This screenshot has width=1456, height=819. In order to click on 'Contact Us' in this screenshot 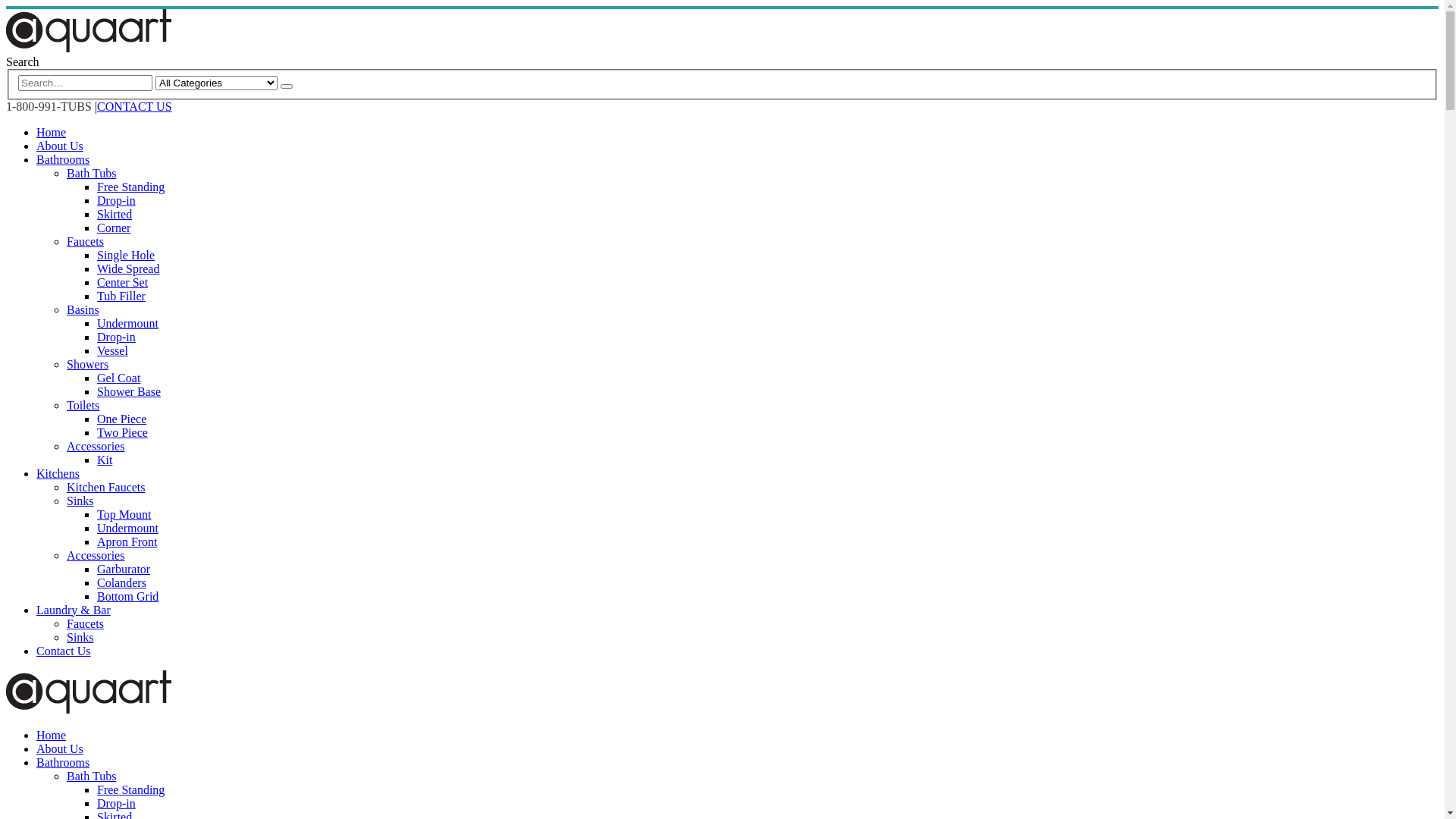, I will do `click(62, 650)`.